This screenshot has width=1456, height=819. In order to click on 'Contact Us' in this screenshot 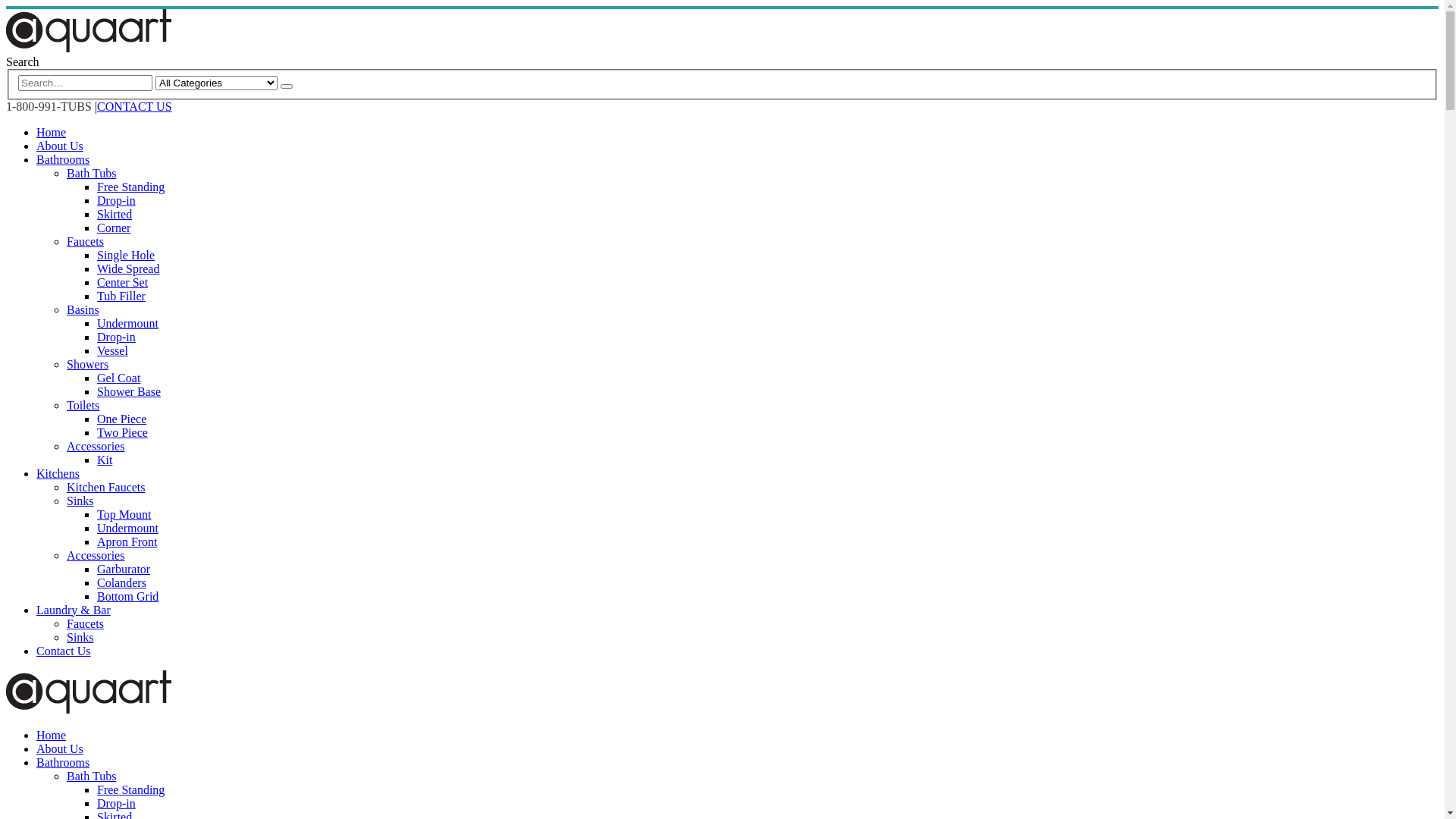, I will do `click(62, 650)`.